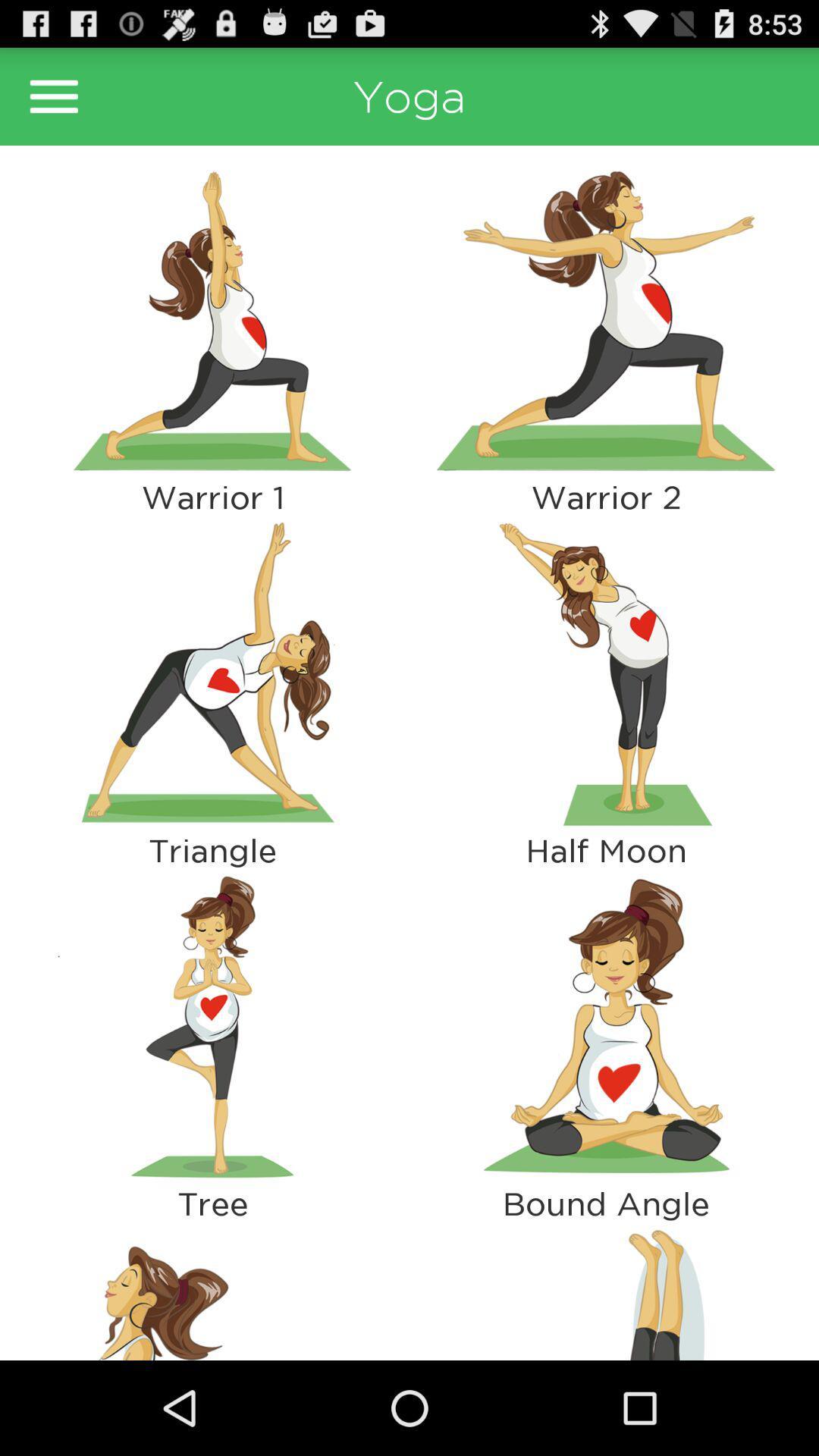 The height and width of the screenshot is (1456, 819). I want to click on show more info about that pose, so click(212, 319).